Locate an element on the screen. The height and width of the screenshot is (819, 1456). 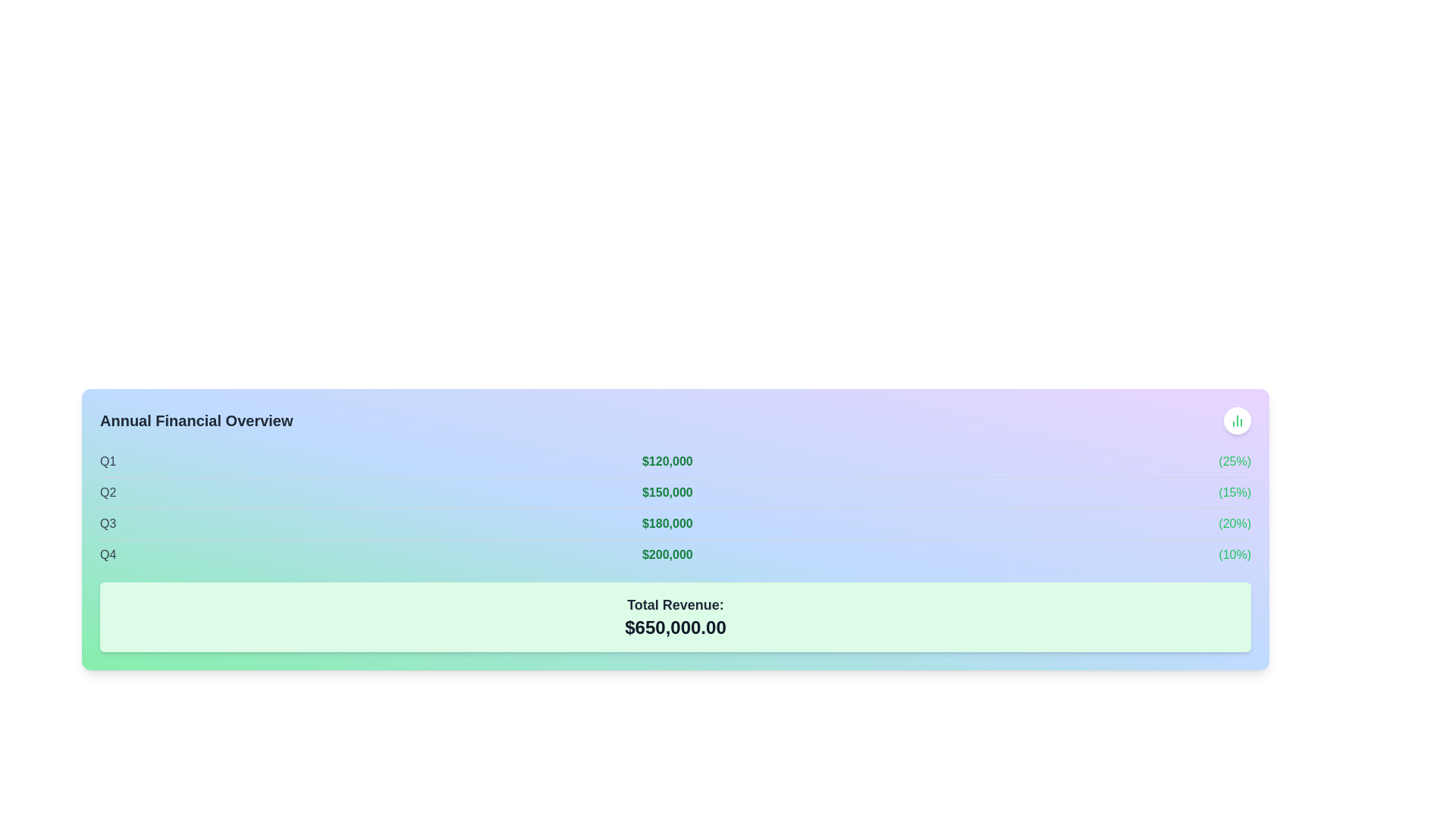
the Label/Text Display showing the financial value '$150,000' in bold green styling, which is positioned centrally between the 'Q2' label and the '(15%)' value in the financial summary interface is located at coordinates (667, 493).